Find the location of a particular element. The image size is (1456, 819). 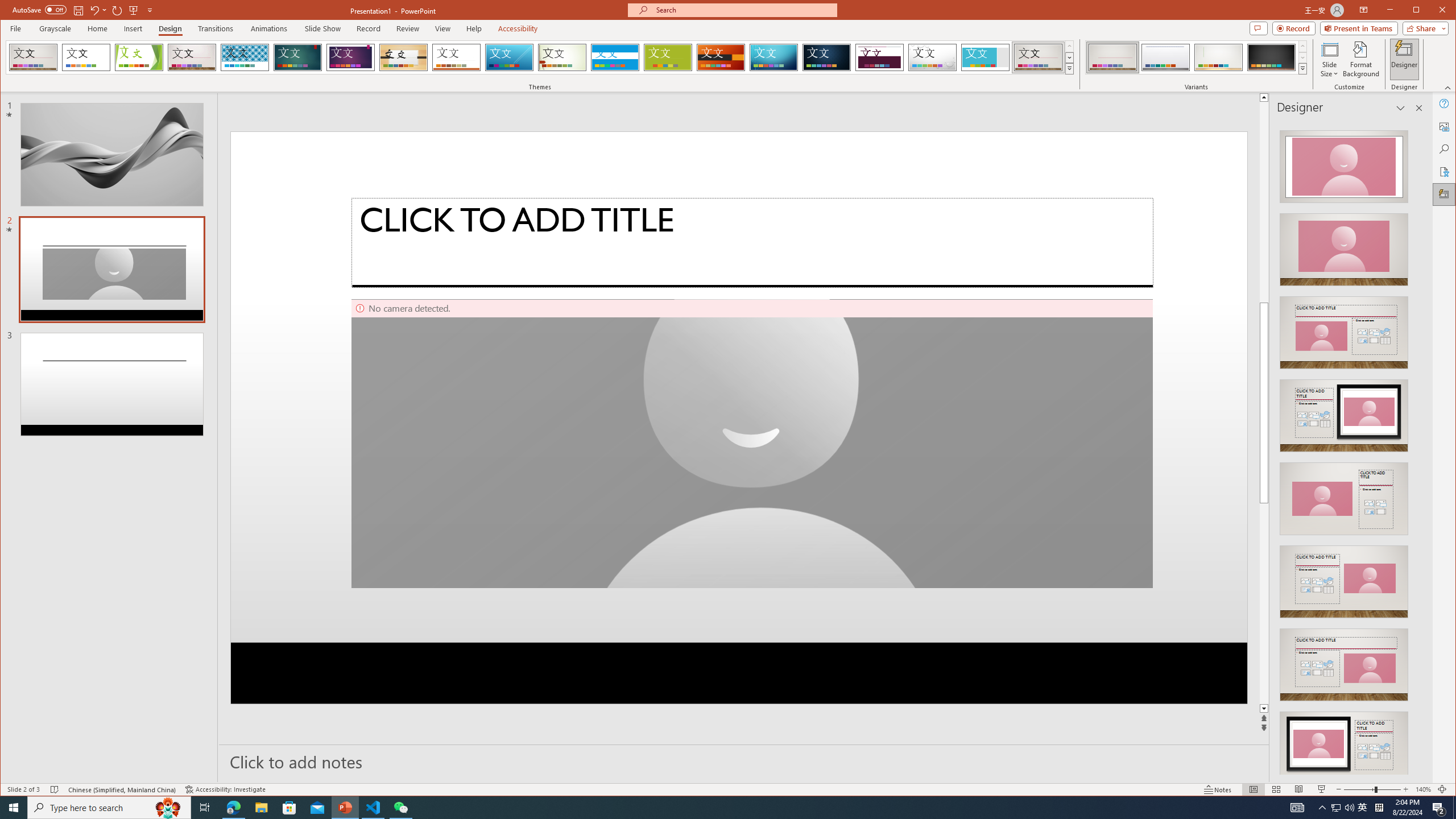

'Office Theme' is located at coordinates (85, 57).